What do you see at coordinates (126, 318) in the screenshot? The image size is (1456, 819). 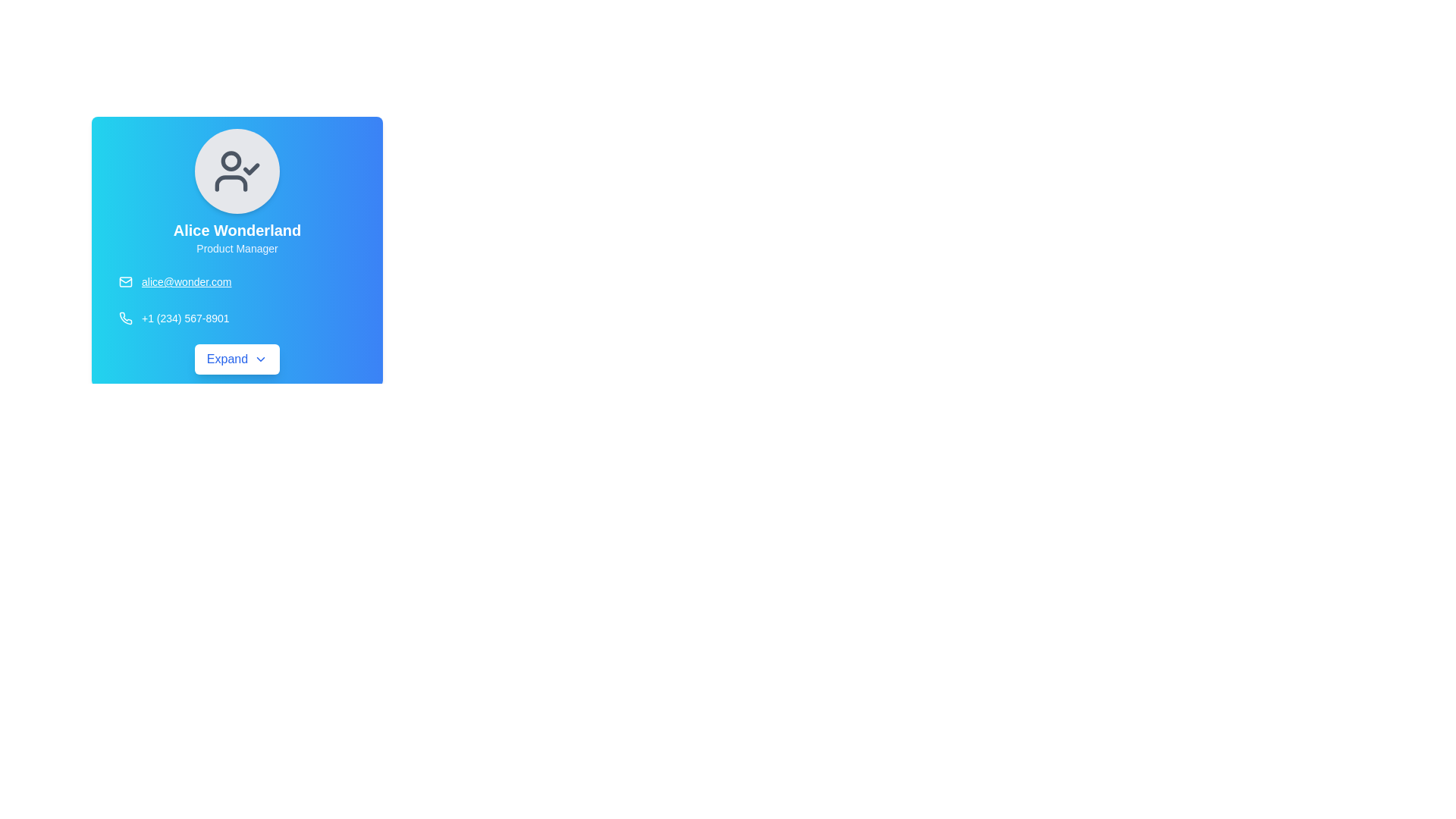 I see `the phone symbol icon, which is a stylized representation of a phone, located next to the phone number '+1 (234) 567-8901' in the contact information section` at bounding box center [126, 318].